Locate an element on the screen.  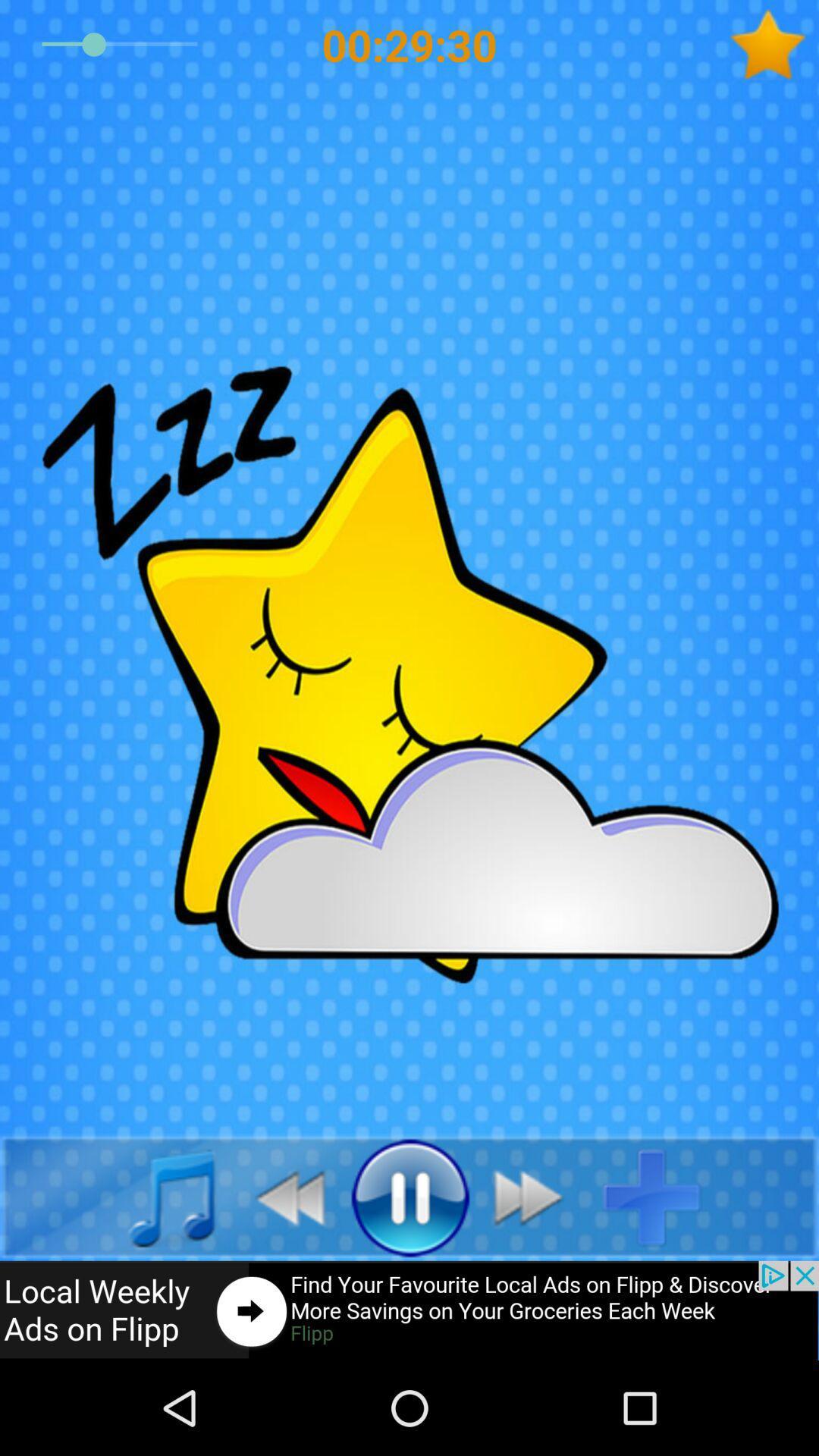
the pause icon is located at coordinates (409, 1196).